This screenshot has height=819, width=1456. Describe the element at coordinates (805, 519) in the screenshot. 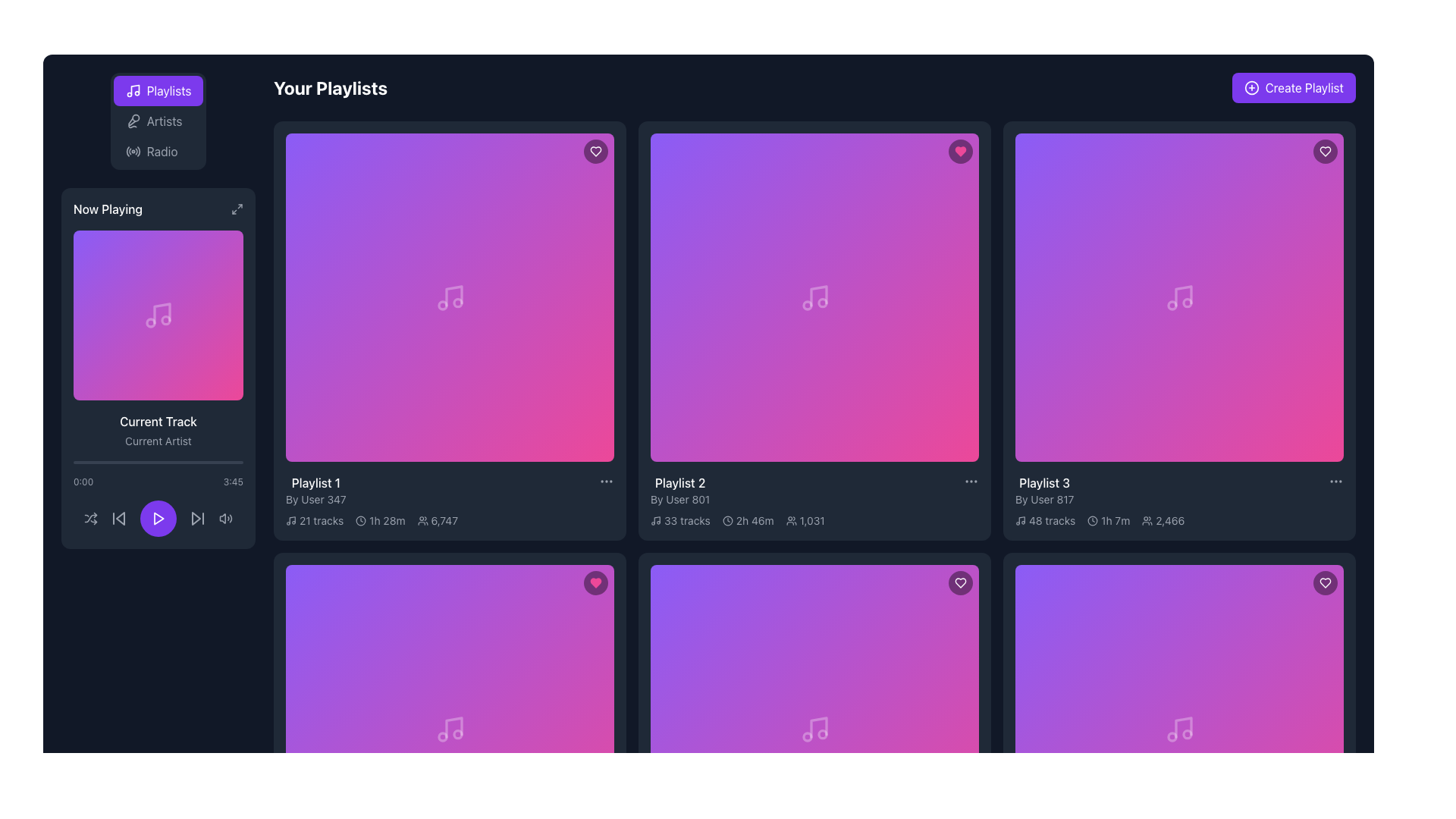

I see `the informational label with an icon indicating the number of people or users associated with 'Playlist 2', located under the playlist title and next to the duration label` at that location.